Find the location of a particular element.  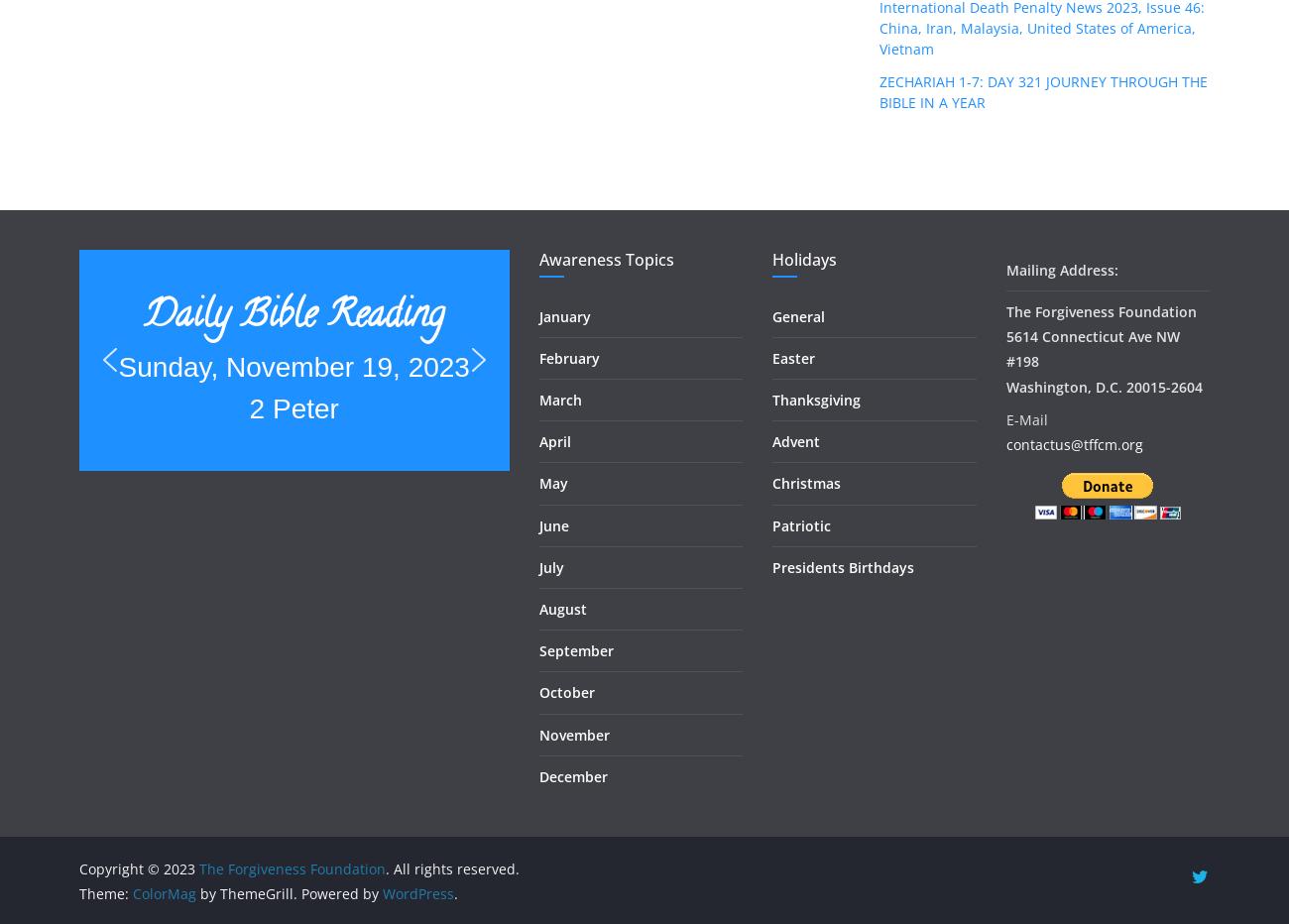

'ZECHARIAH 1-7: DAY 321 JOURNEY THROUGH THE BIBLE IN A YEAR' is located at coordinates (1043, 90).